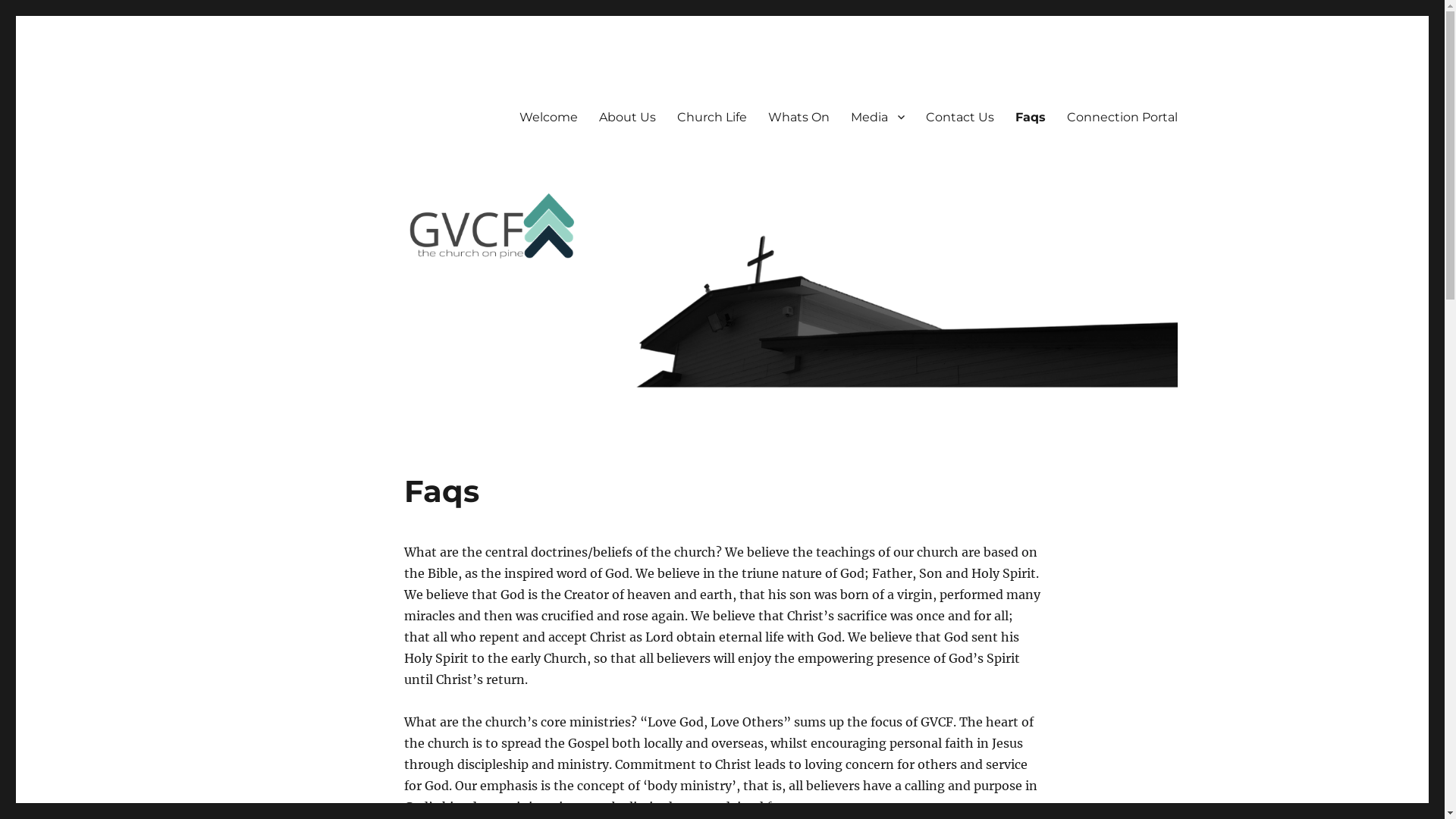  What do you see at coordinates (710, 116) in the screenshot?
I see `'Church Life'` at bounding box center [710, 116].